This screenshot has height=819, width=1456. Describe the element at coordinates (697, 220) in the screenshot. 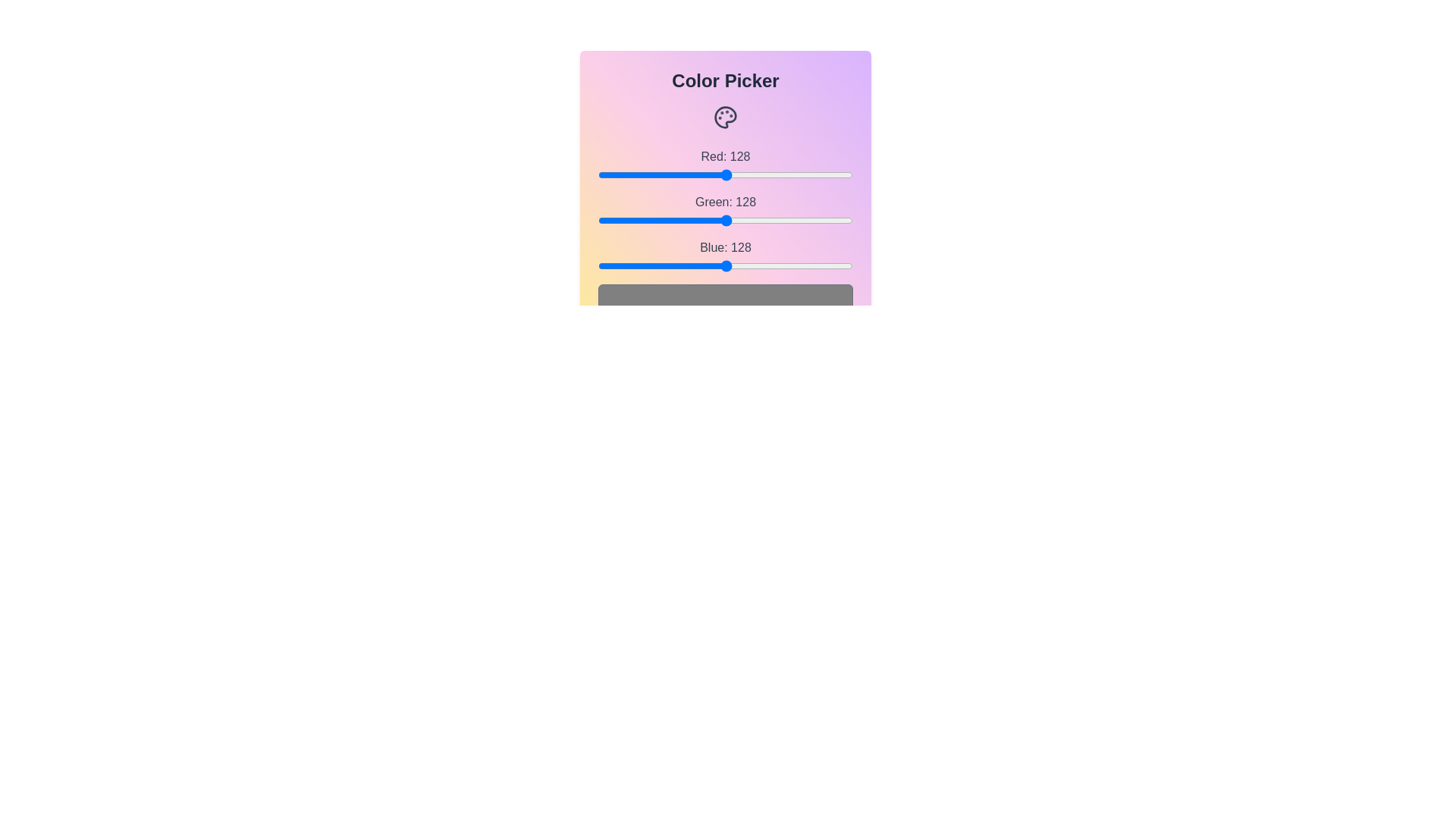

I see `the green slider to set the green channel value to 100` at that location.